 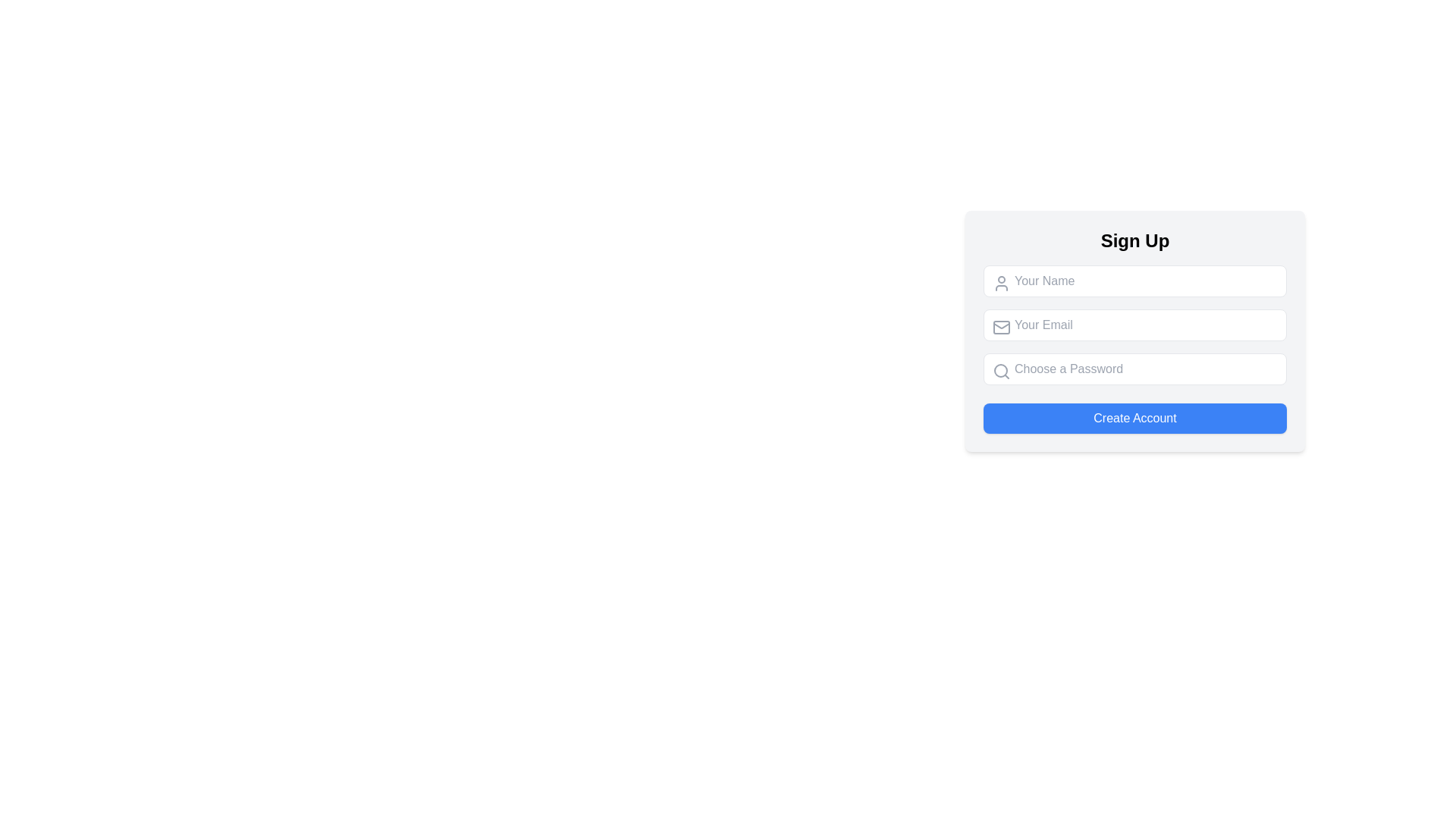 I want to click on the search or visibility icon located on the far left side of the password input field, so click(x=1001, y=371).